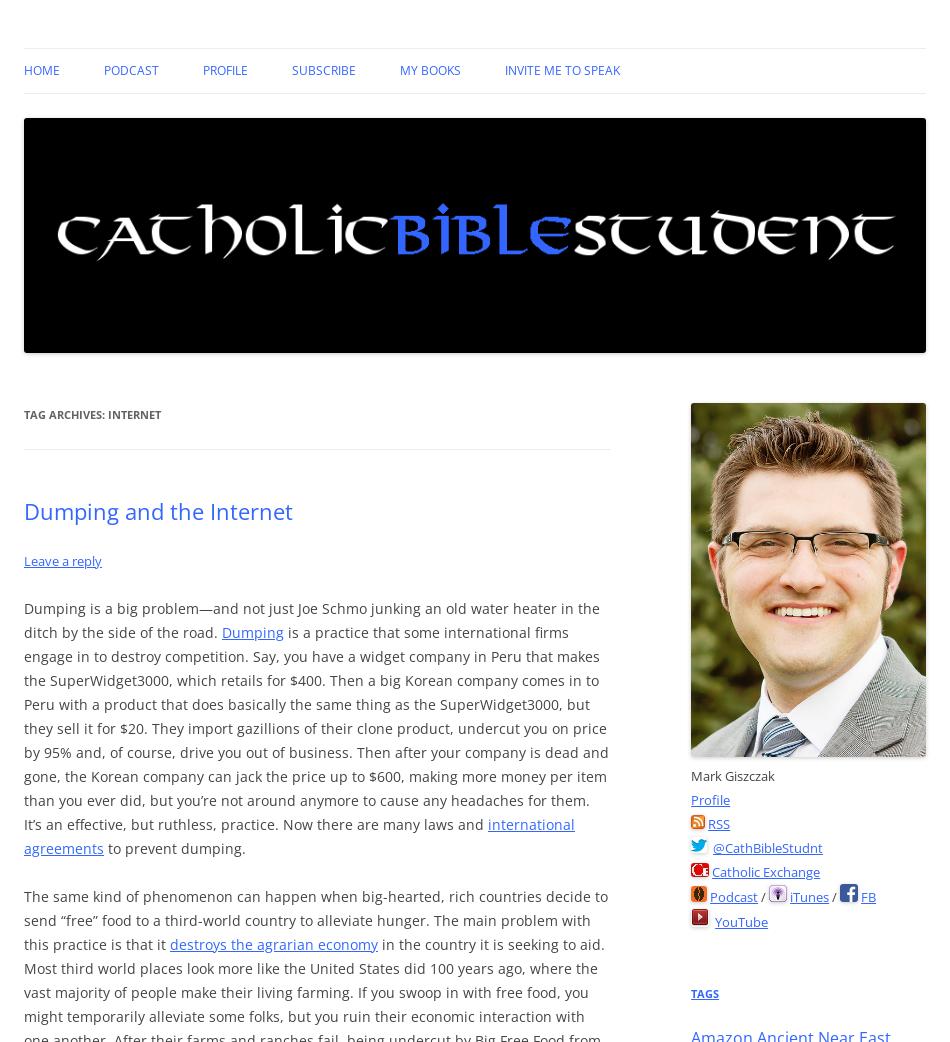 Image resolution: width=950 pixels, height=1042 pixels. What do you see at coordinates (62, 558) in the screenshot?
I see `'Leave a reply'` at bounding box center [62, 558].